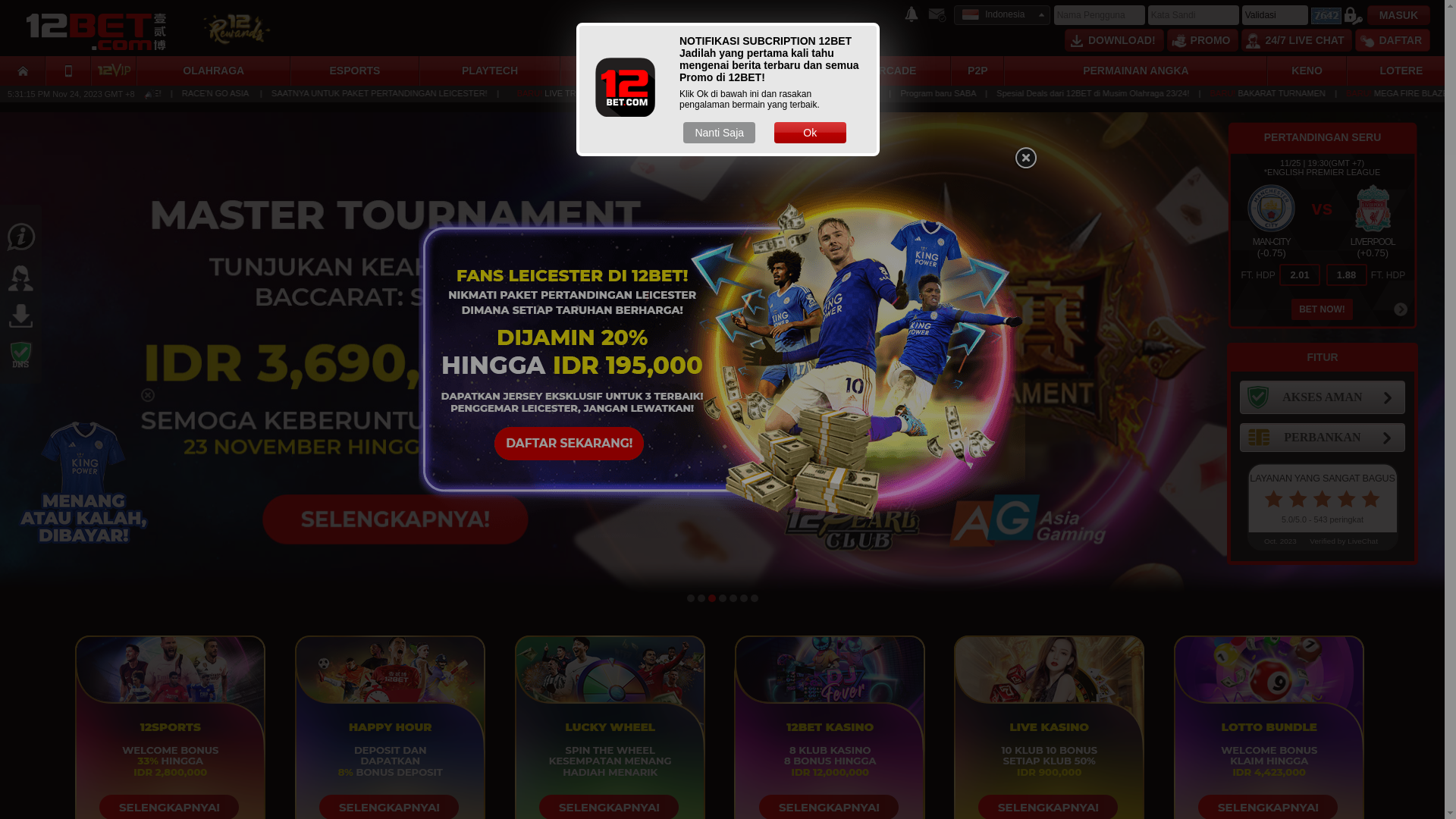 Image resolution: width=1456 pixels, height=819 pixels. I want to click on 'OLAHRAGA', so click(212, 71).